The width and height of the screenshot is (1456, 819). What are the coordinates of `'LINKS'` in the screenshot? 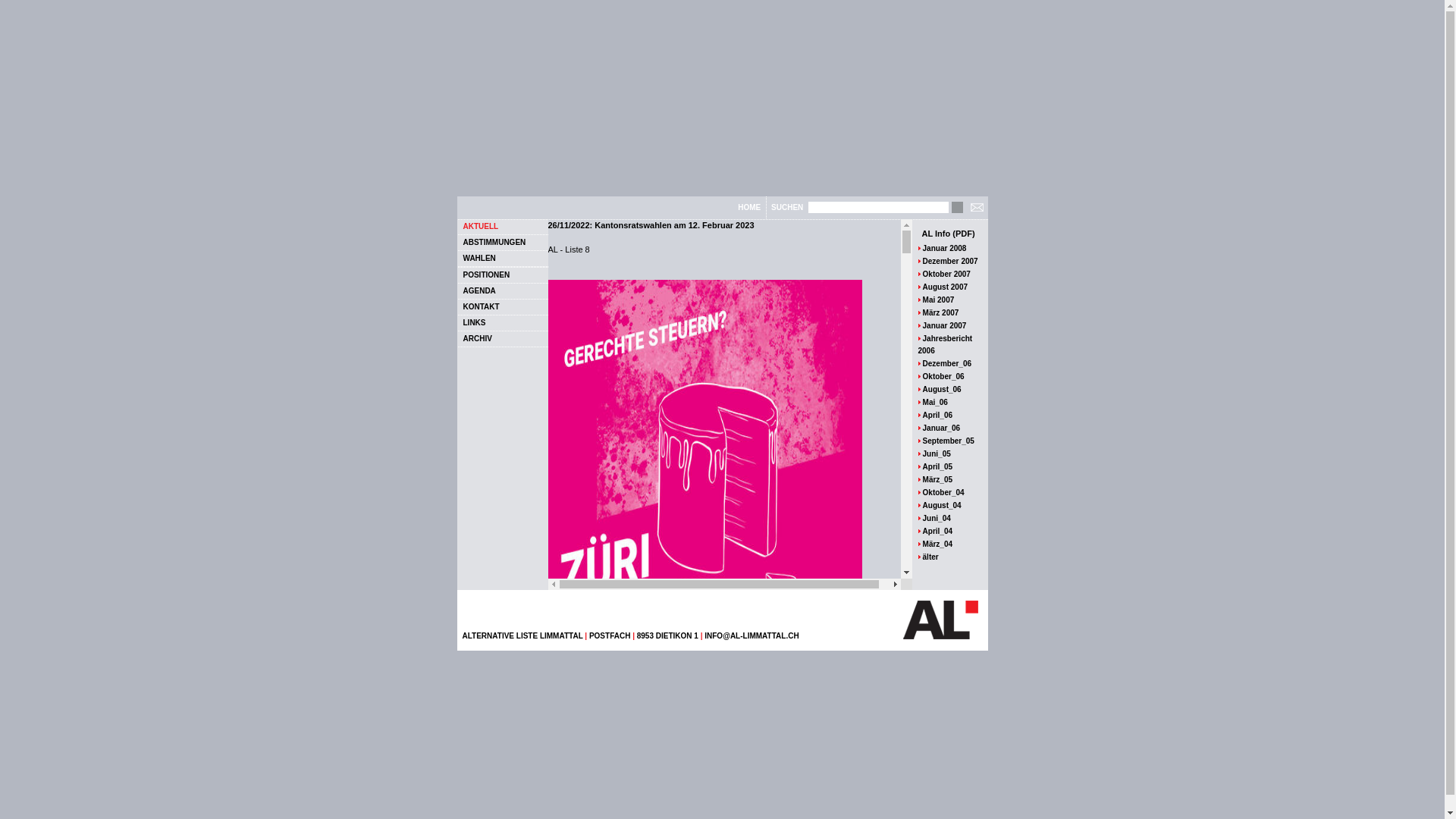 It's located at (472, 322).